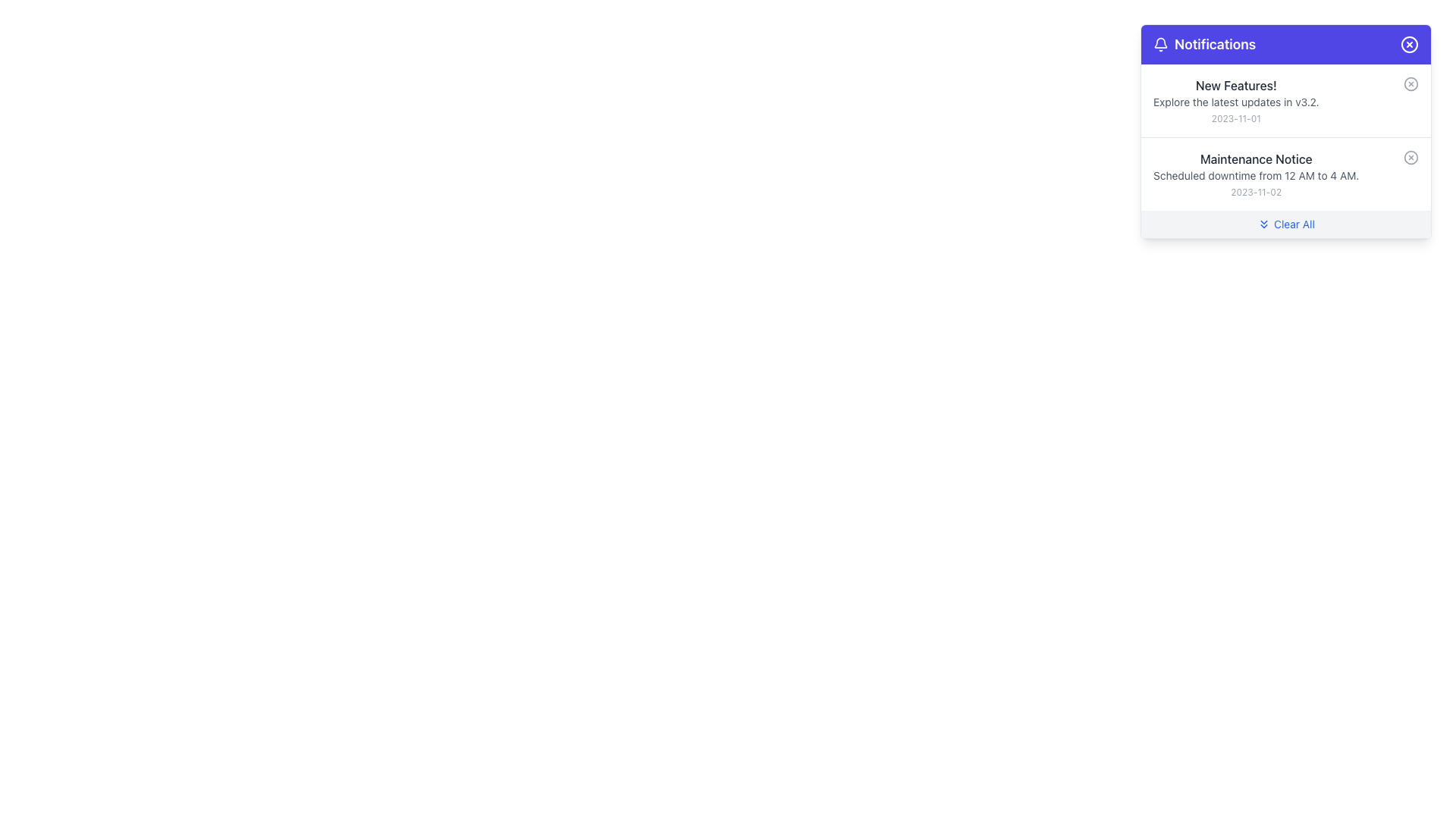 The image size is (1456, 819). I want to click on the bell-shaped icon in the top-left corner of the header bar for the 'Notifications' section, which is styled in white and indicates alerts or notifications, so click(1160, 43).